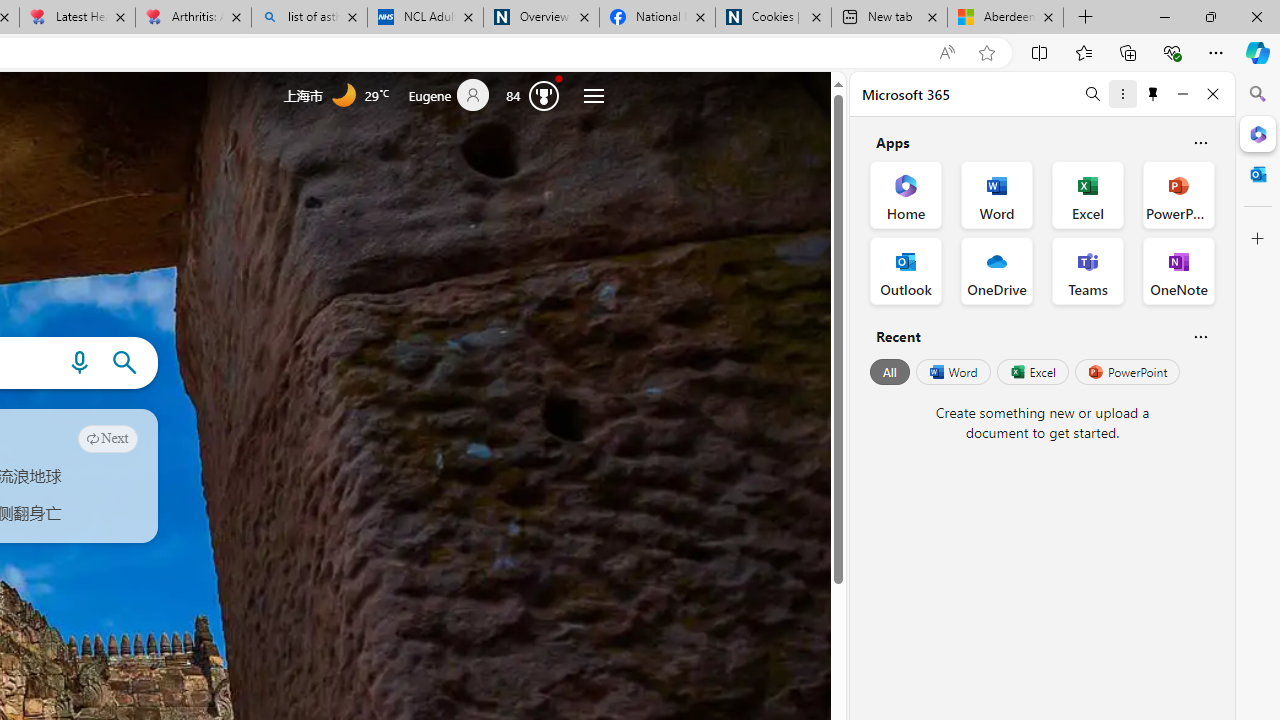 The height and width of the screenshot is (720, 1280). I want to click on 'AutomationID: rh_meter', so click(544, 95).